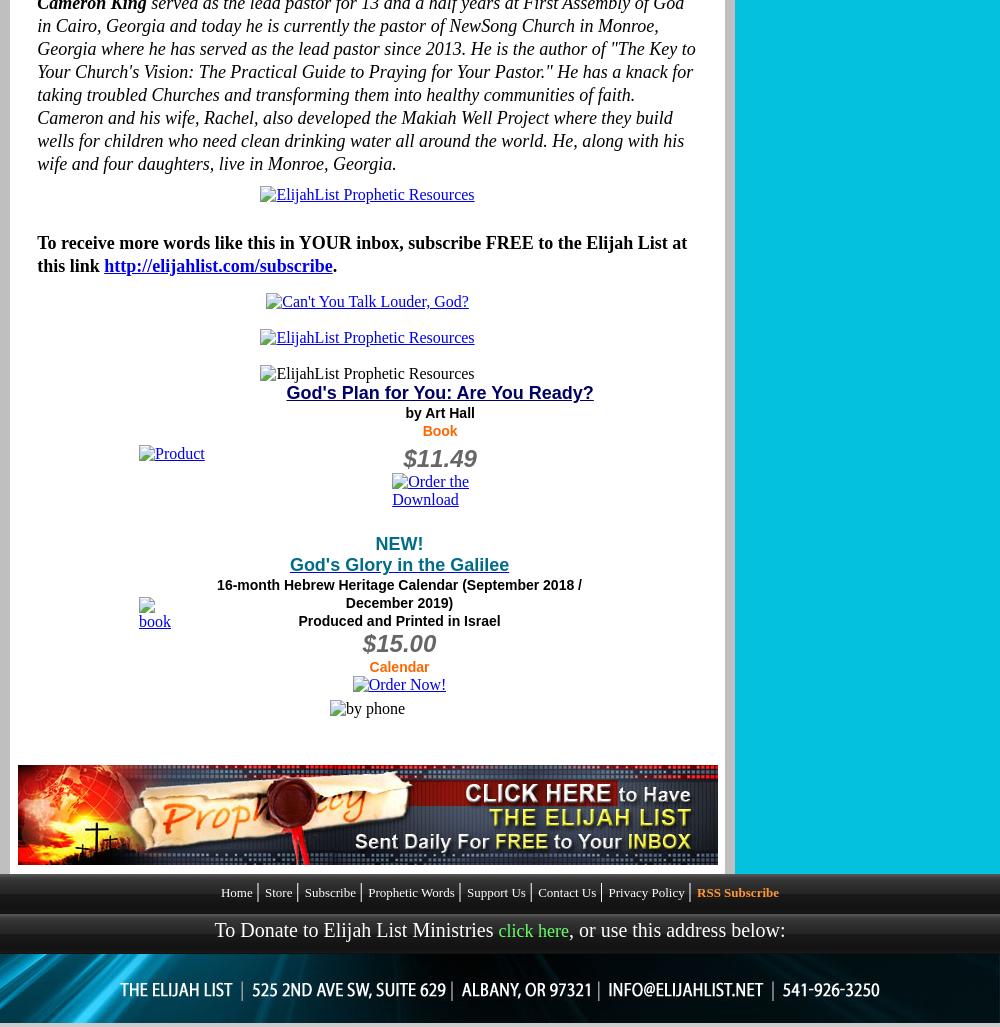 This screenshot has width=1000, height=1027. What do you see at coordinates (497, 891) in the screenshot?
I see `'Support Us'` at bounding box center [497, 891].